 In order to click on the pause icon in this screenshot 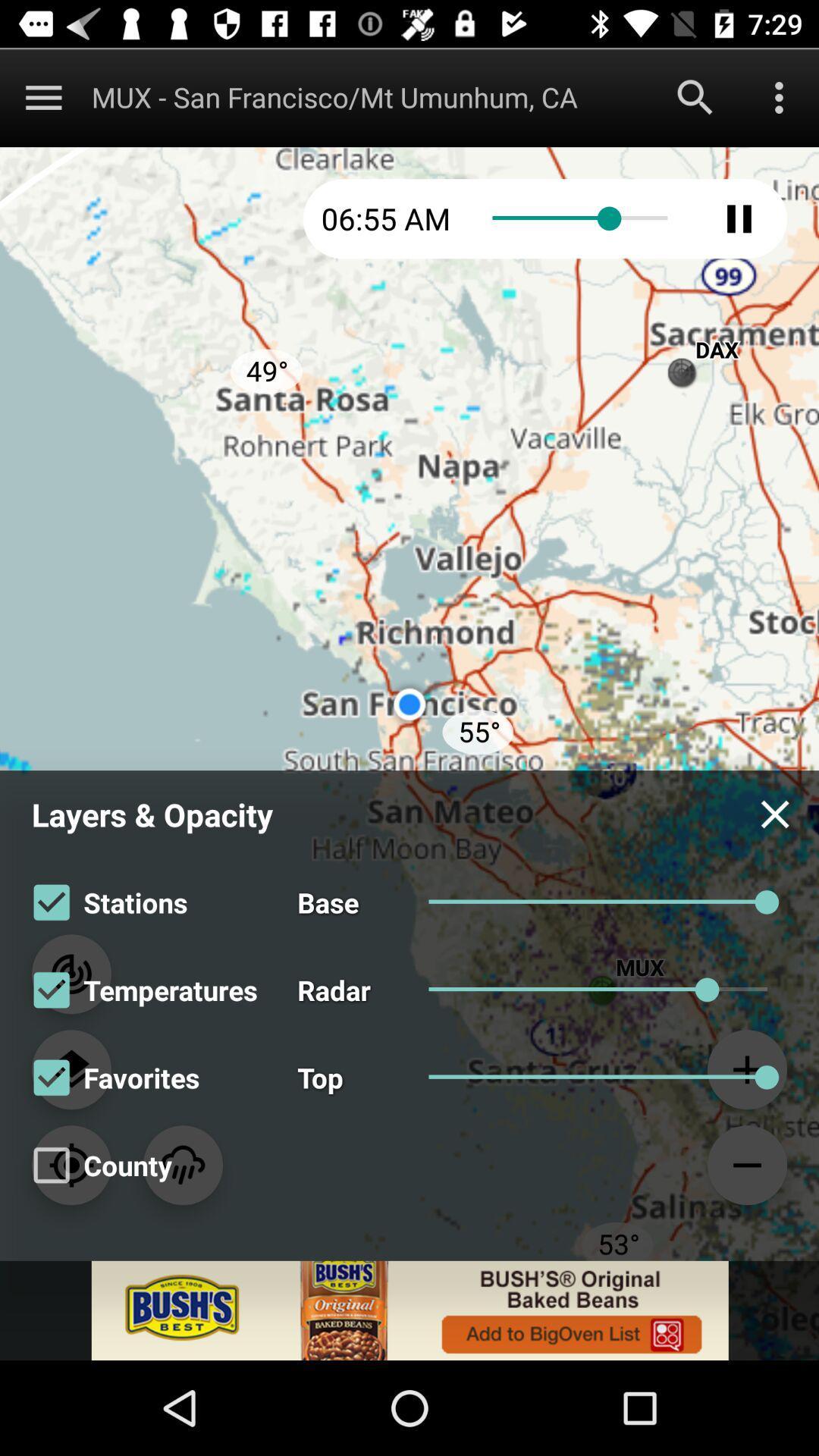, I will do `click(739, 218)`.